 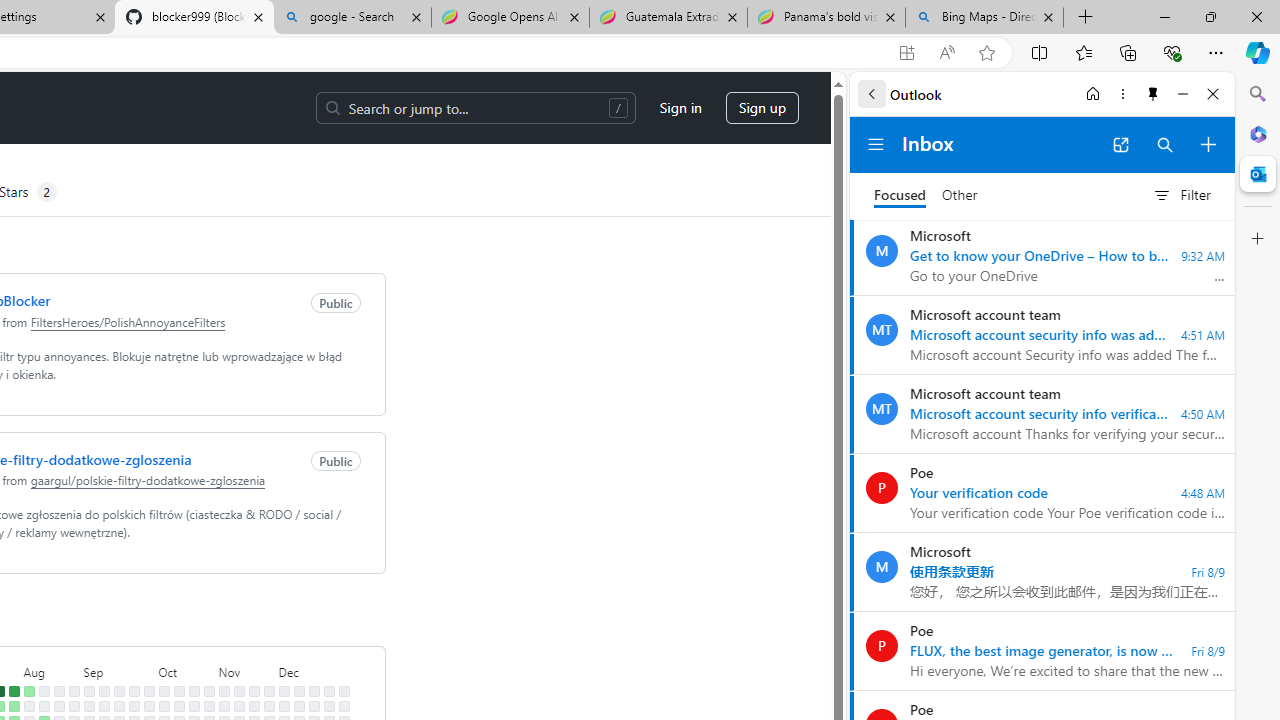 I want to click on 'No contributions on November 24th.', so click(x=267, y=690).